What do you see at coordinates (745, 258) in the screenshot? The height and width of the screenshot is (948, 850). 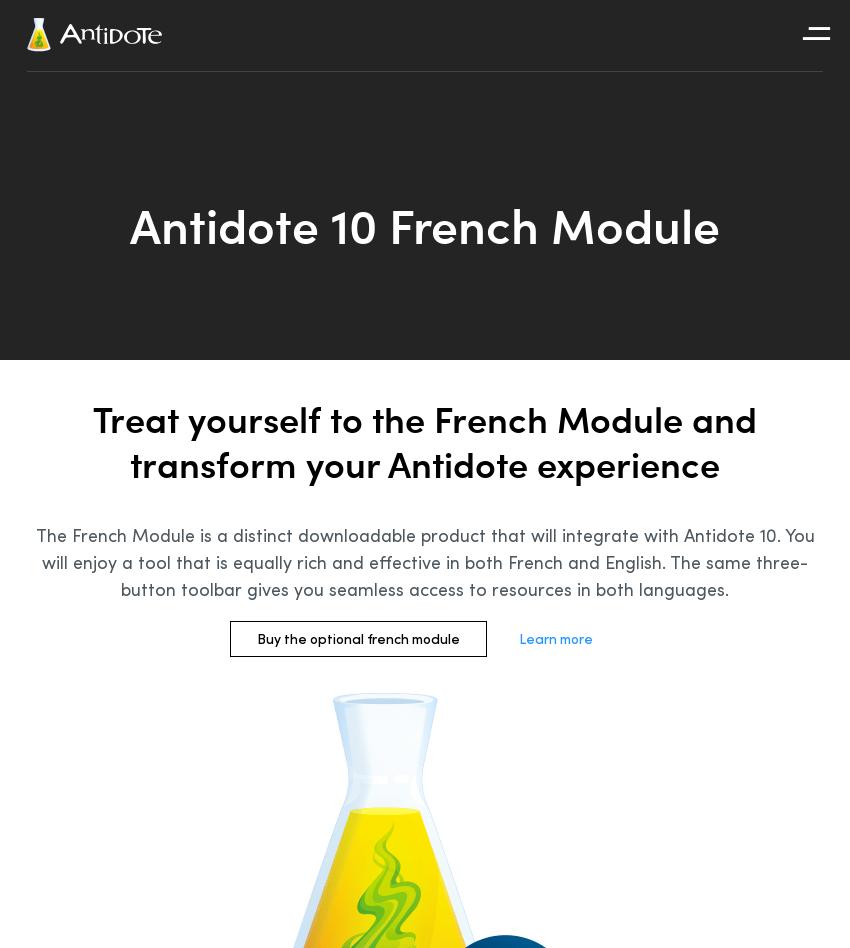 I see `'Relevant links from the corrector and dictionaries'` at bounding box center [745, 258].